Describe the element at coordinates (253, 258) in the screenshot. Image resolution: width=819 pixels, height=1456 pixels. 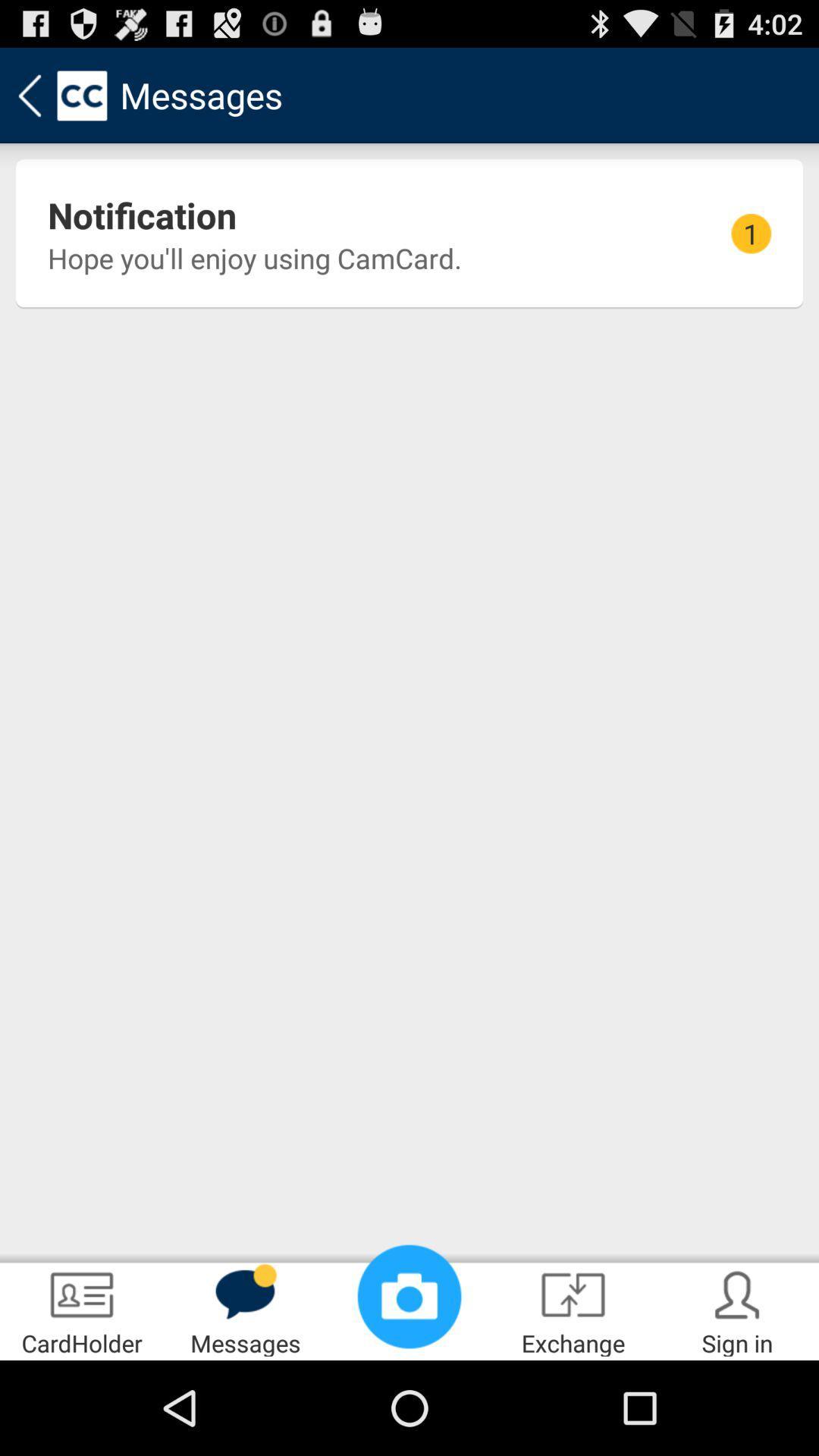
I see `icon to the left of the 1 item` at that location.